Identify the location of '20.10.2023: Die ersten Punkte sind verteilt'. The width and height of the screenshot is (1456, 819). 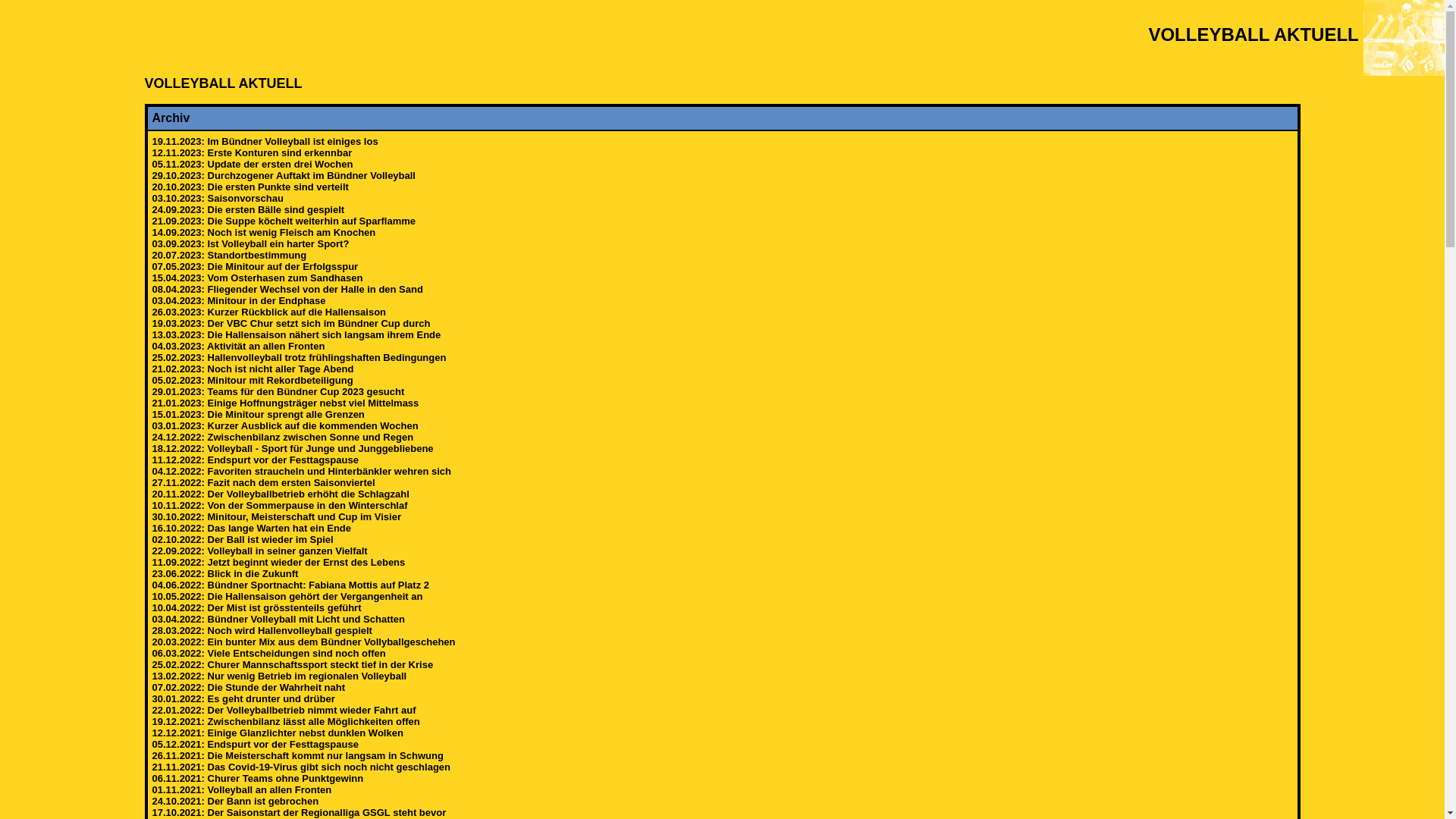
(249, 186).